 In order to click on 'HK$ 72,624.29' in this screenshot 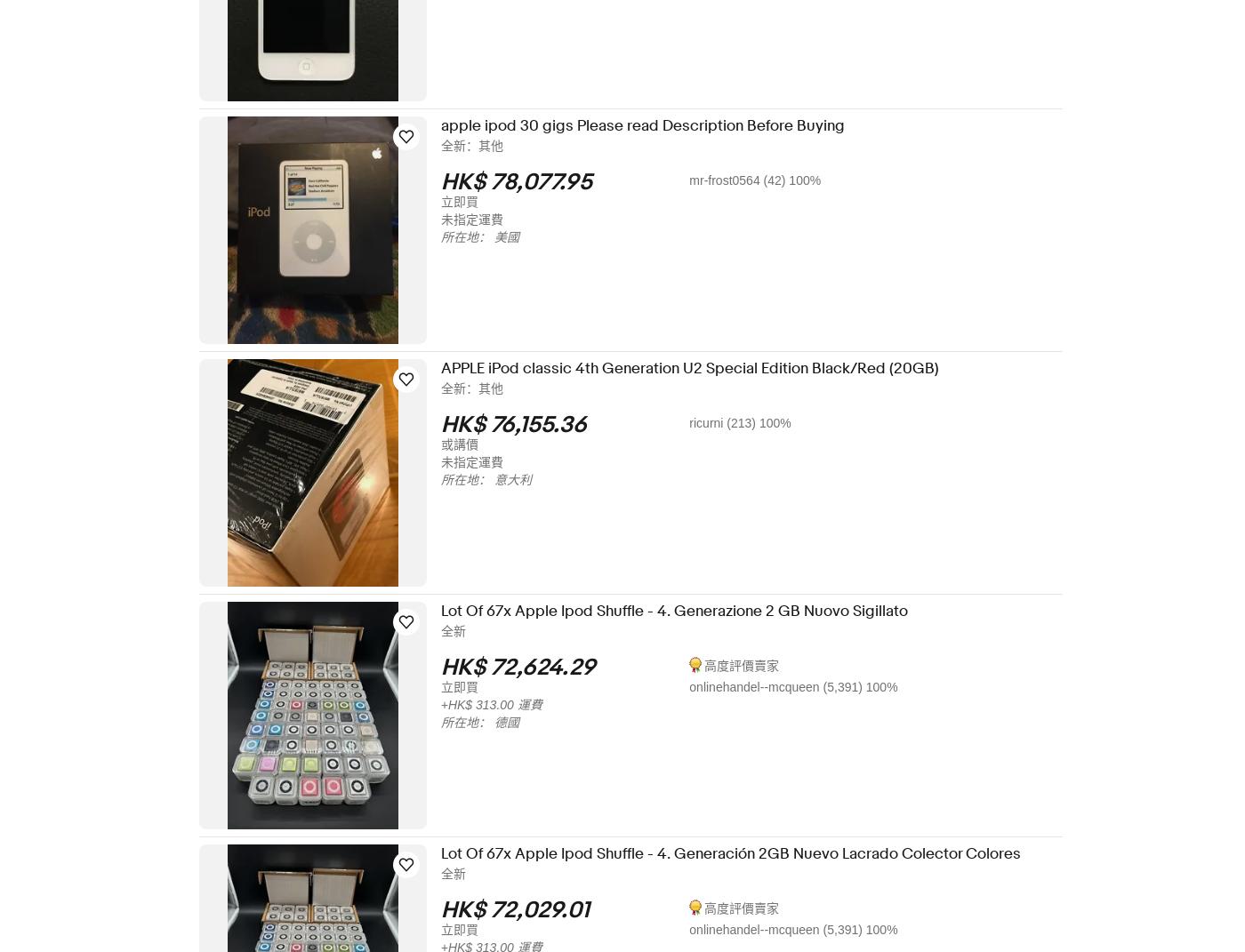, I will do `click(452, 668)`.